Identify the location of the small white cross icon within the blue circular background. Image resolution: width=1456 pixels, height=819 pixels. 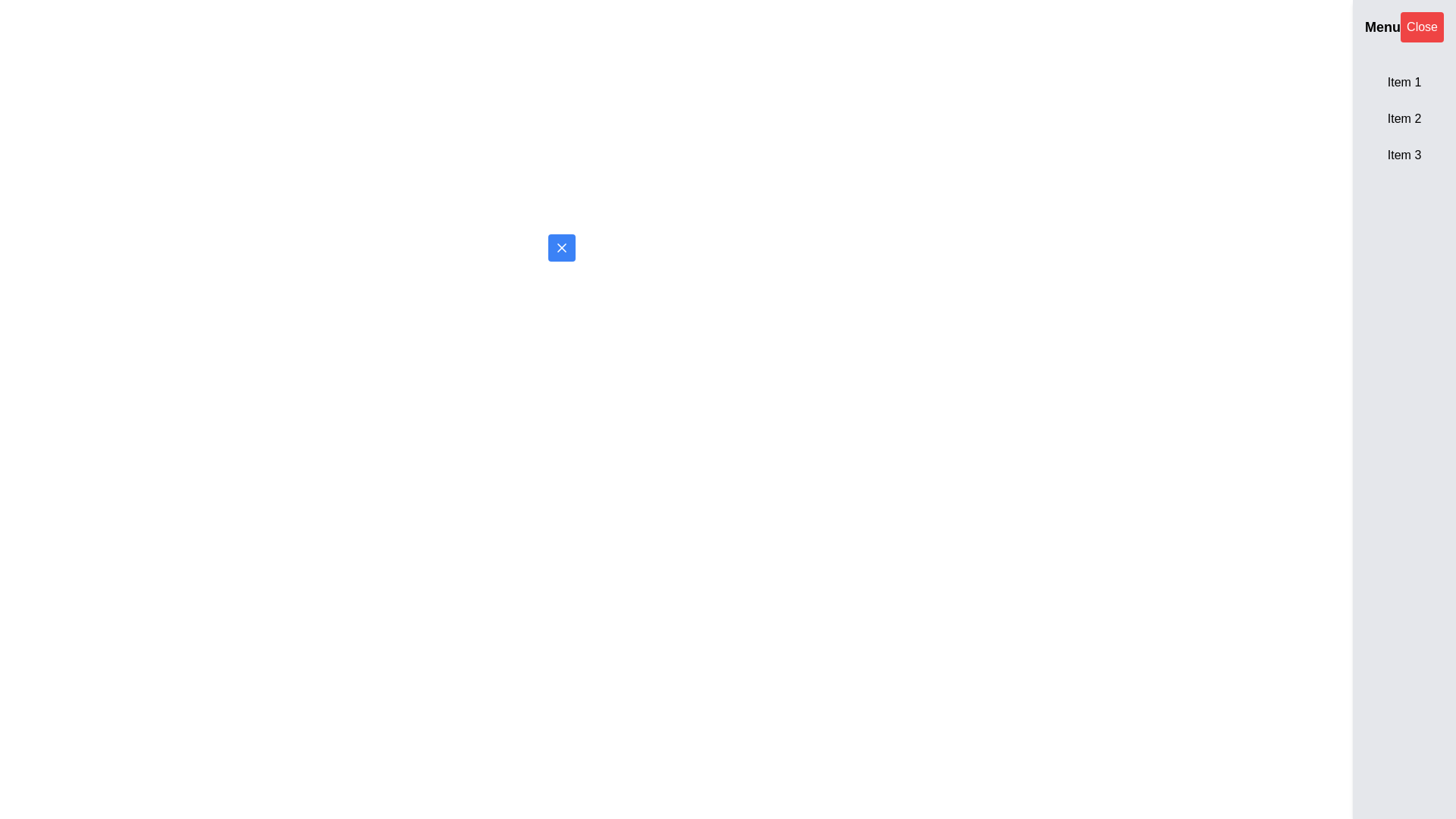
(560, 247).